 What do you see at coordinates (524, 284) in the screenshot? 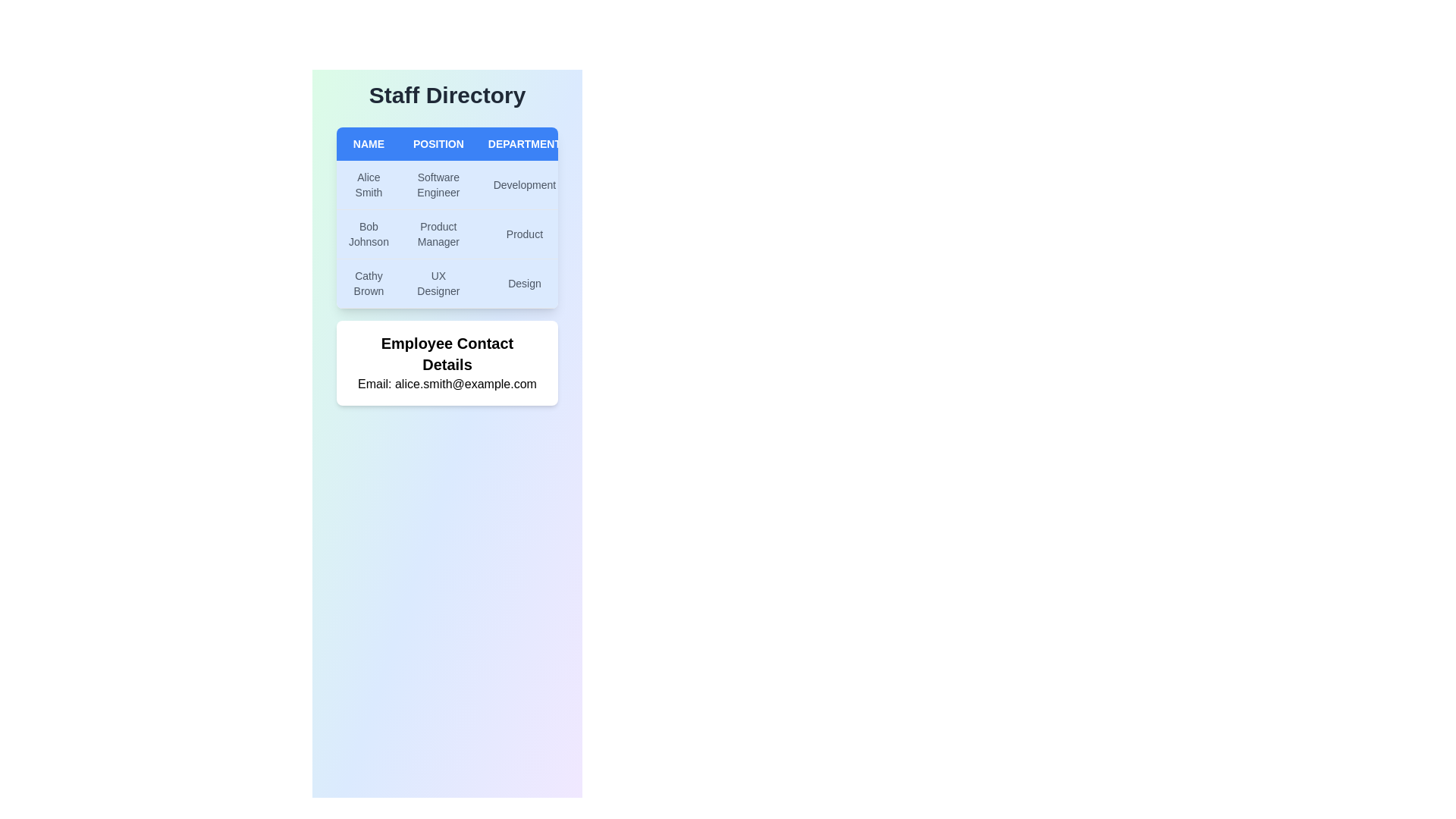
I see `the text label reading 'Design', which is styled with padding on a light blue background and located in the third row and third column of the table under the 'DEPARTMENT' header` at bounding box center [524, 284].